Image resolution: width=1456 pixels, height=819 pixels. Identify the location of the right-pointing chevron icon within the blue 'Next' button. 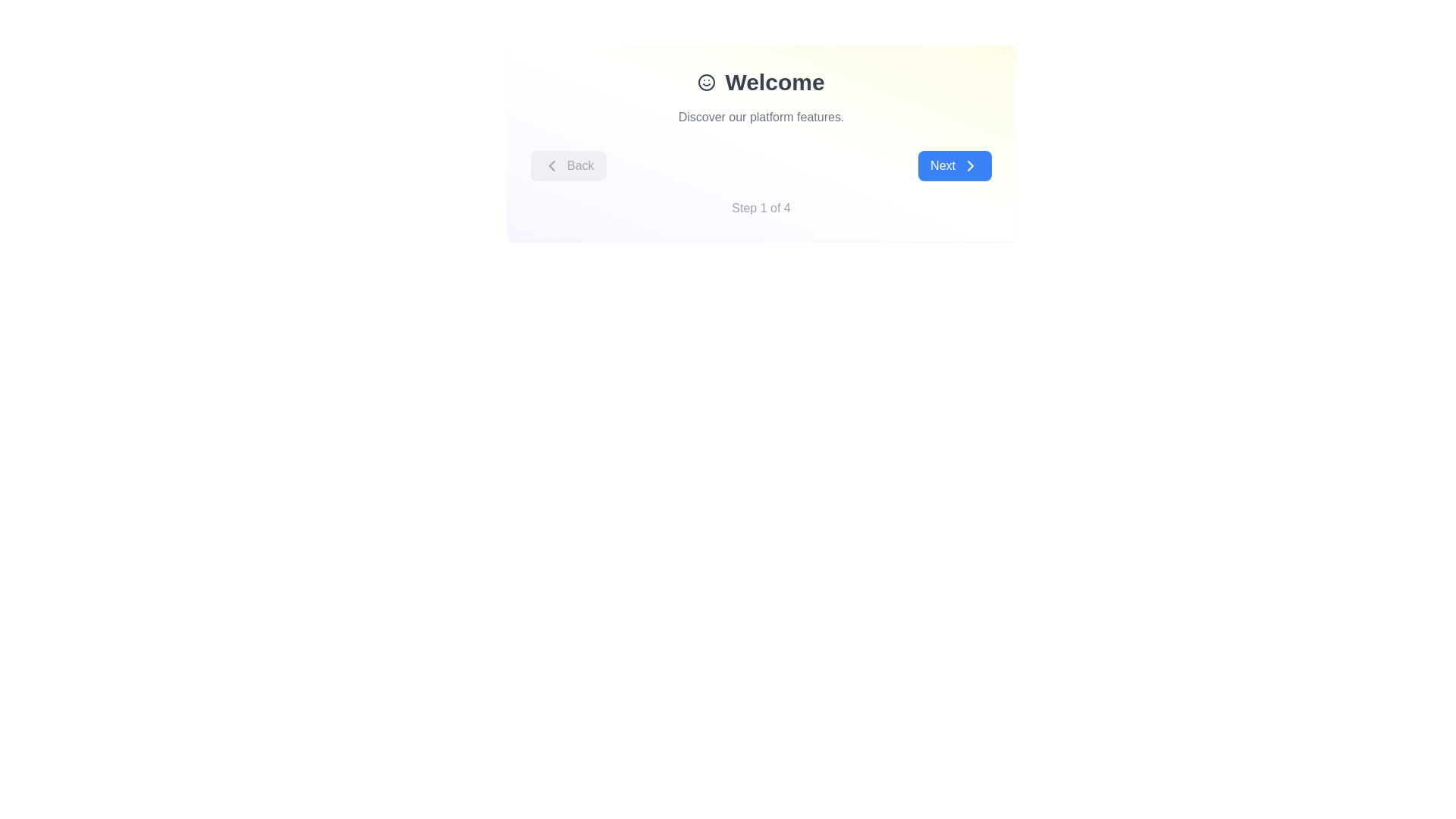
(971, 166).